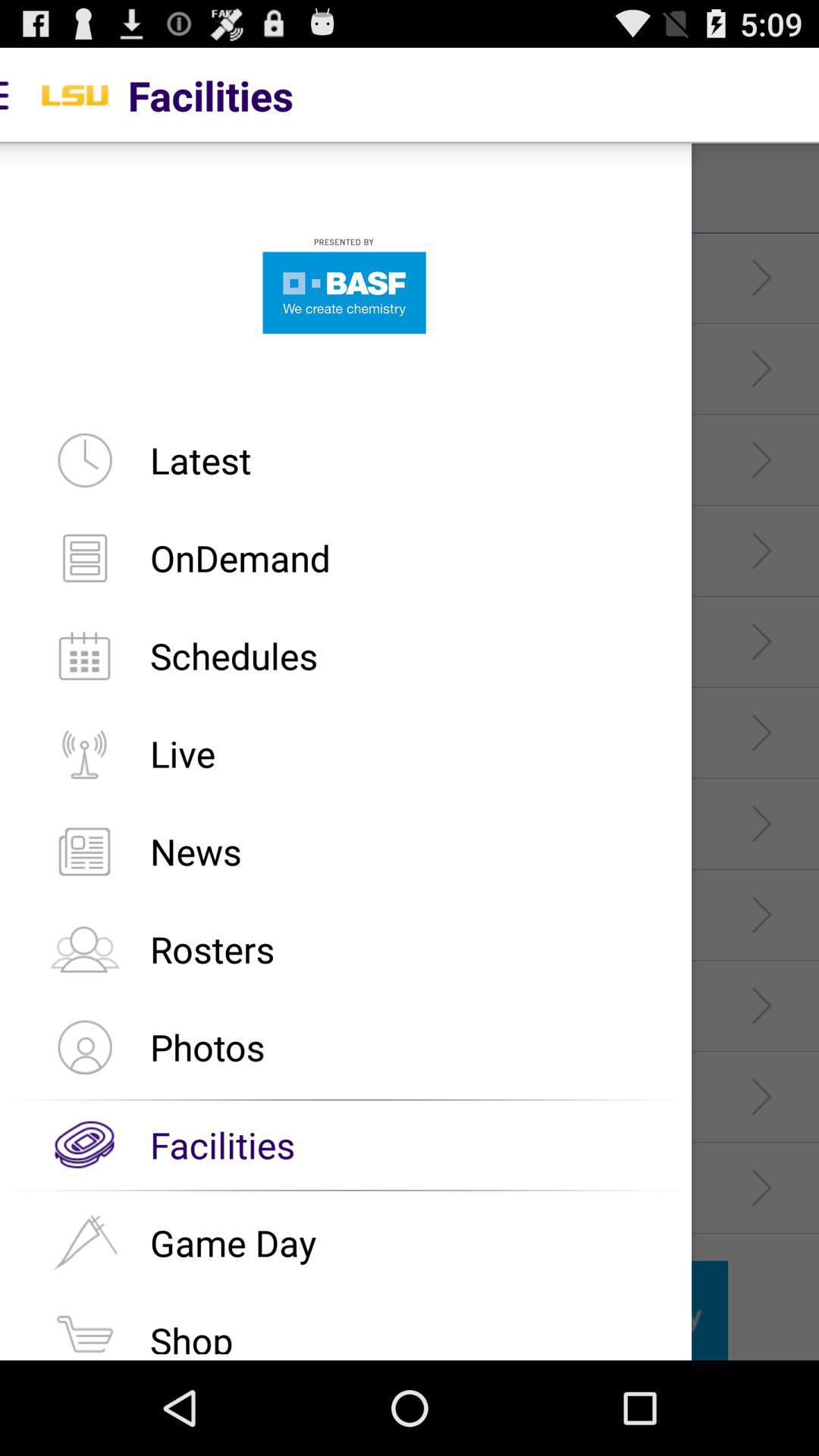 The width and height of the screenshot is (819, 1456). I want to click on first arrow from down, so click(761, 1187).